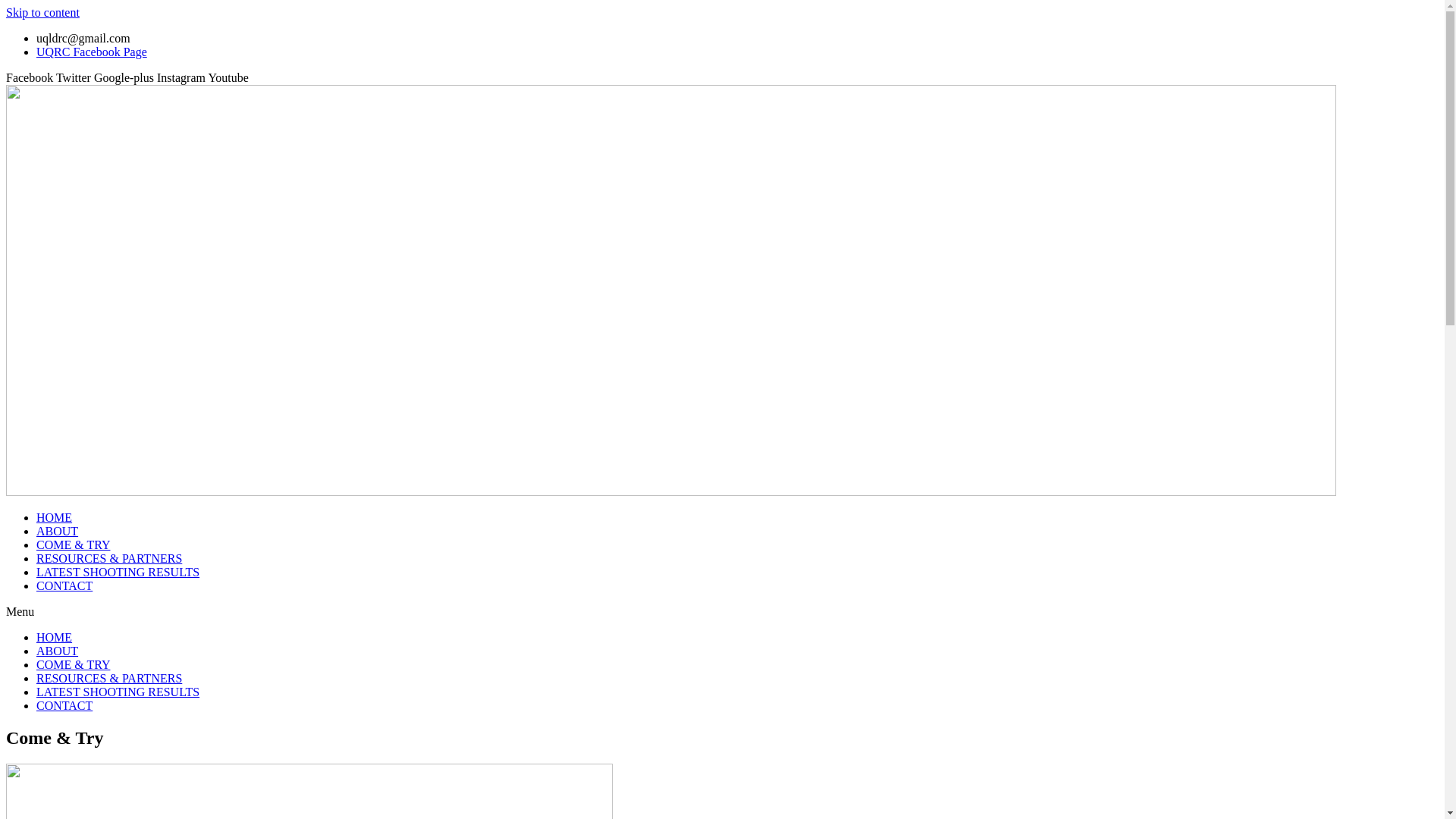 This screenshot has height=819, width=1456. What do you see at coordinates (57, 650) in the screenshot?
I see `'ABOUT'` at bounding box center [57, 650].